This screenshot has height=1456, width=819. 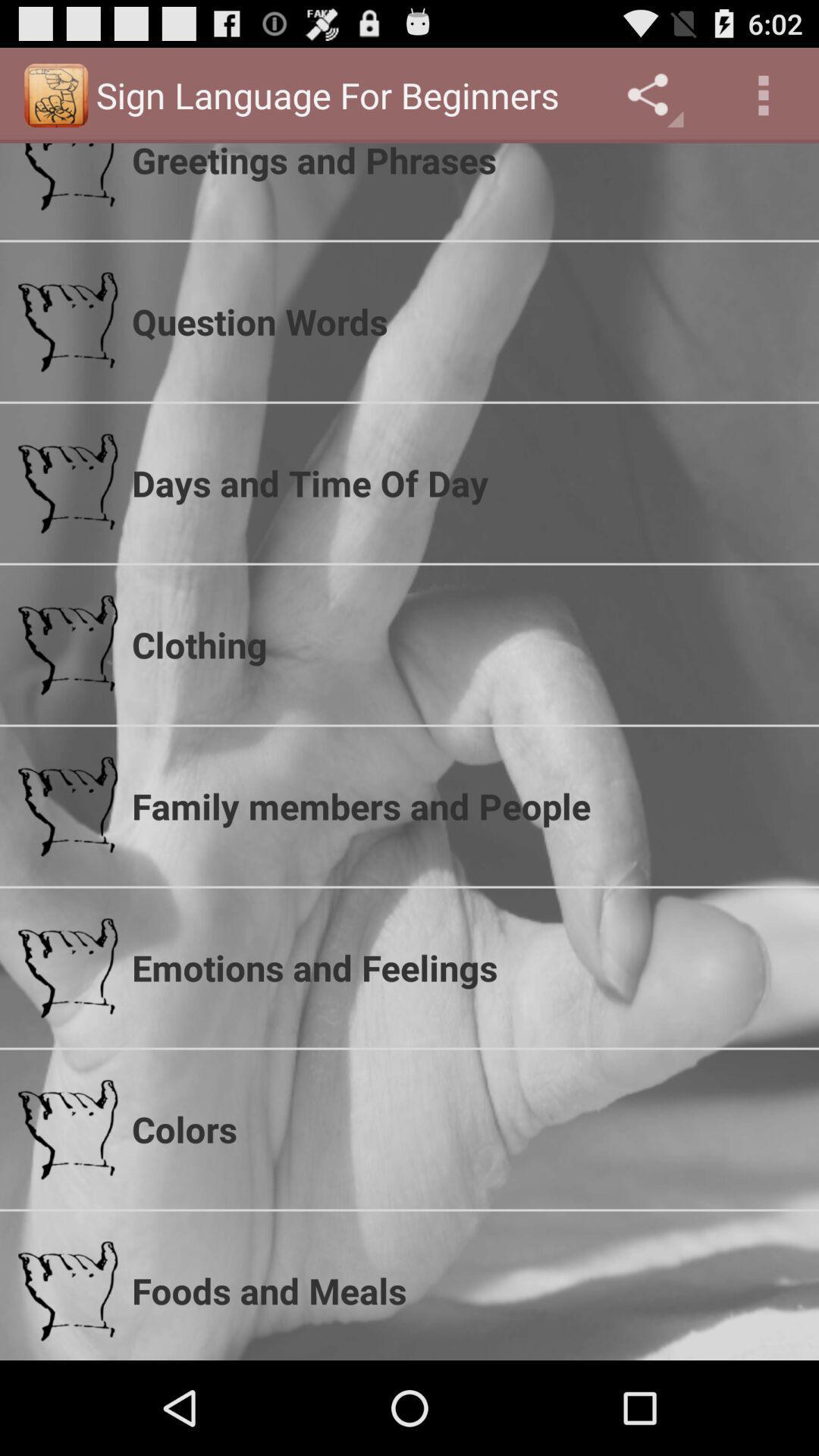 I want to click on app above colors item, so click(x=465, y=967).